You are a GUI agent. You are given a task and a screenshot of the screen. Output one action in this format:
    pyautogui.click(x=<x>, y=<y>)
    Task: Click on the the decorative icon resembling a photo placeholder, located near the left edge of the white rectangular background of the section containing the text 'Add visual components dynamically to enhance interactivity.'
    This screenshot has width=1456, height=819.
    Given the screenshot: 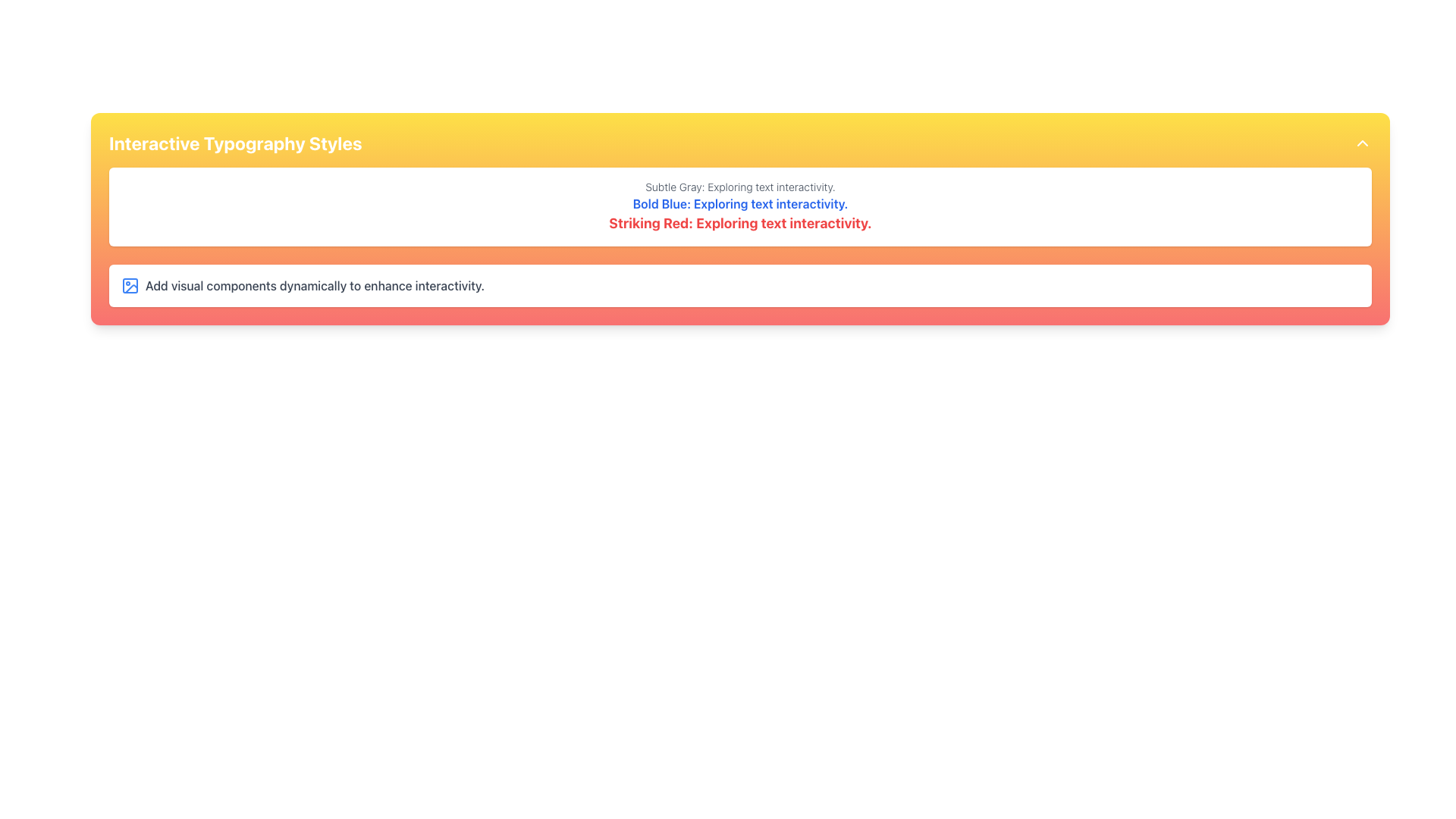 What is the action you would take?
    pyautogui.click(x=130, y=286)
    